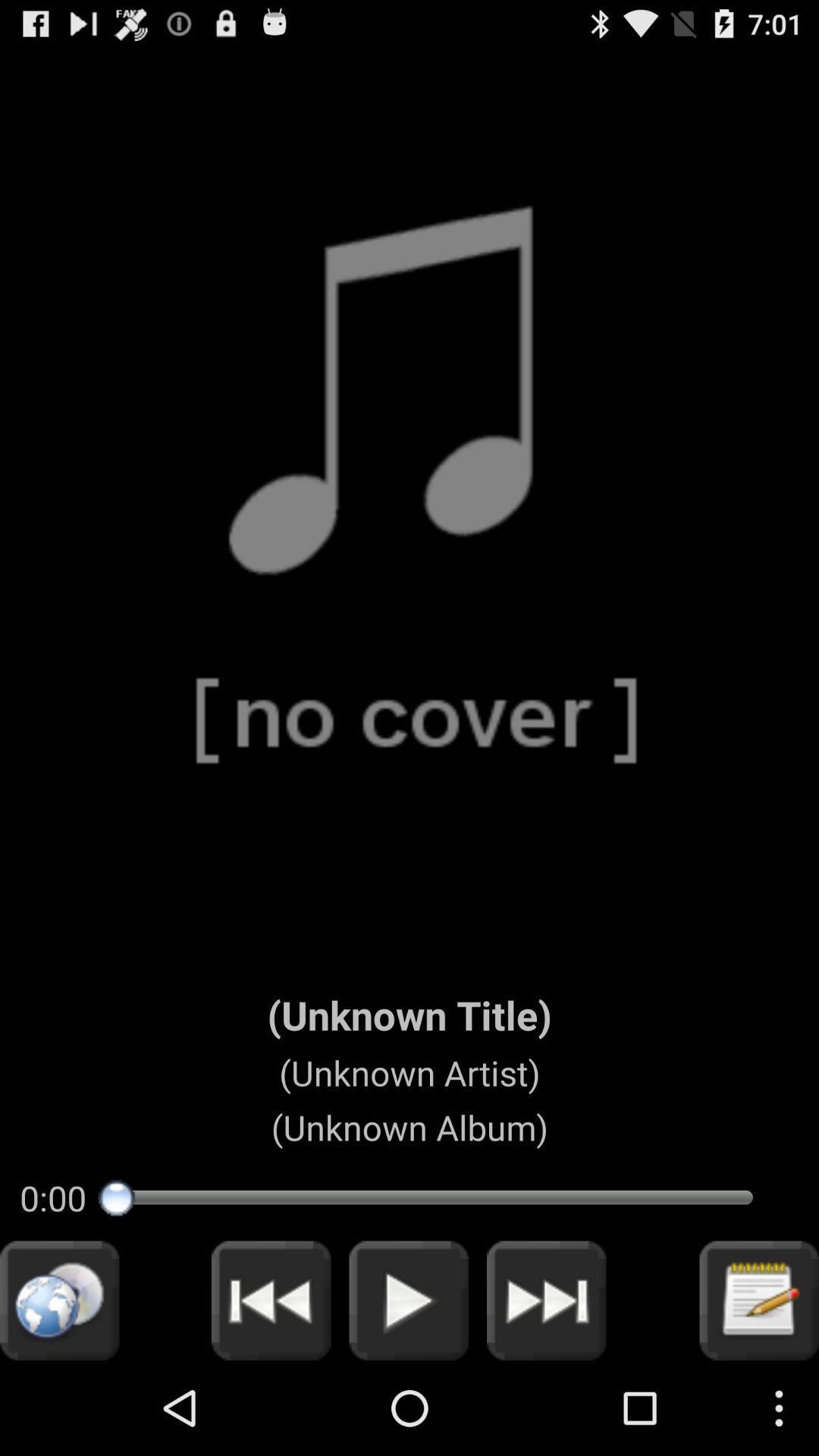 Image resolution: width=819 pixels, height=1456 pixels. I want to click on the edit icon, so click(759, 1392).